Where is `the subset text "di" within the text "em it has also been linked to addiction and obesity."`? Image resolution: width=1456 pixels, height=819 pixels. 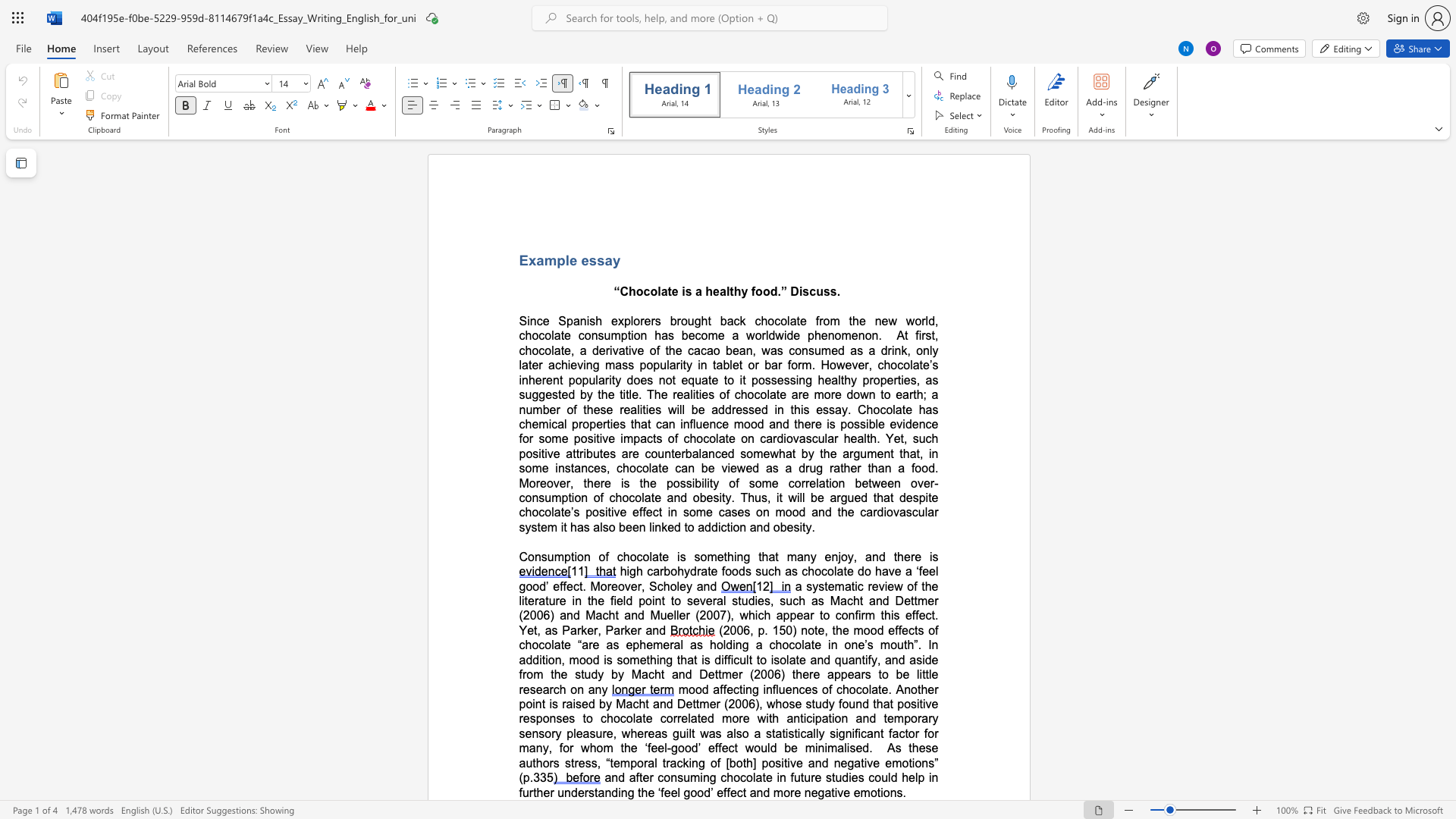
the subset text "di" within the text "em it has also been linked to addiction and obesity." is located at coordinates (710, 526).